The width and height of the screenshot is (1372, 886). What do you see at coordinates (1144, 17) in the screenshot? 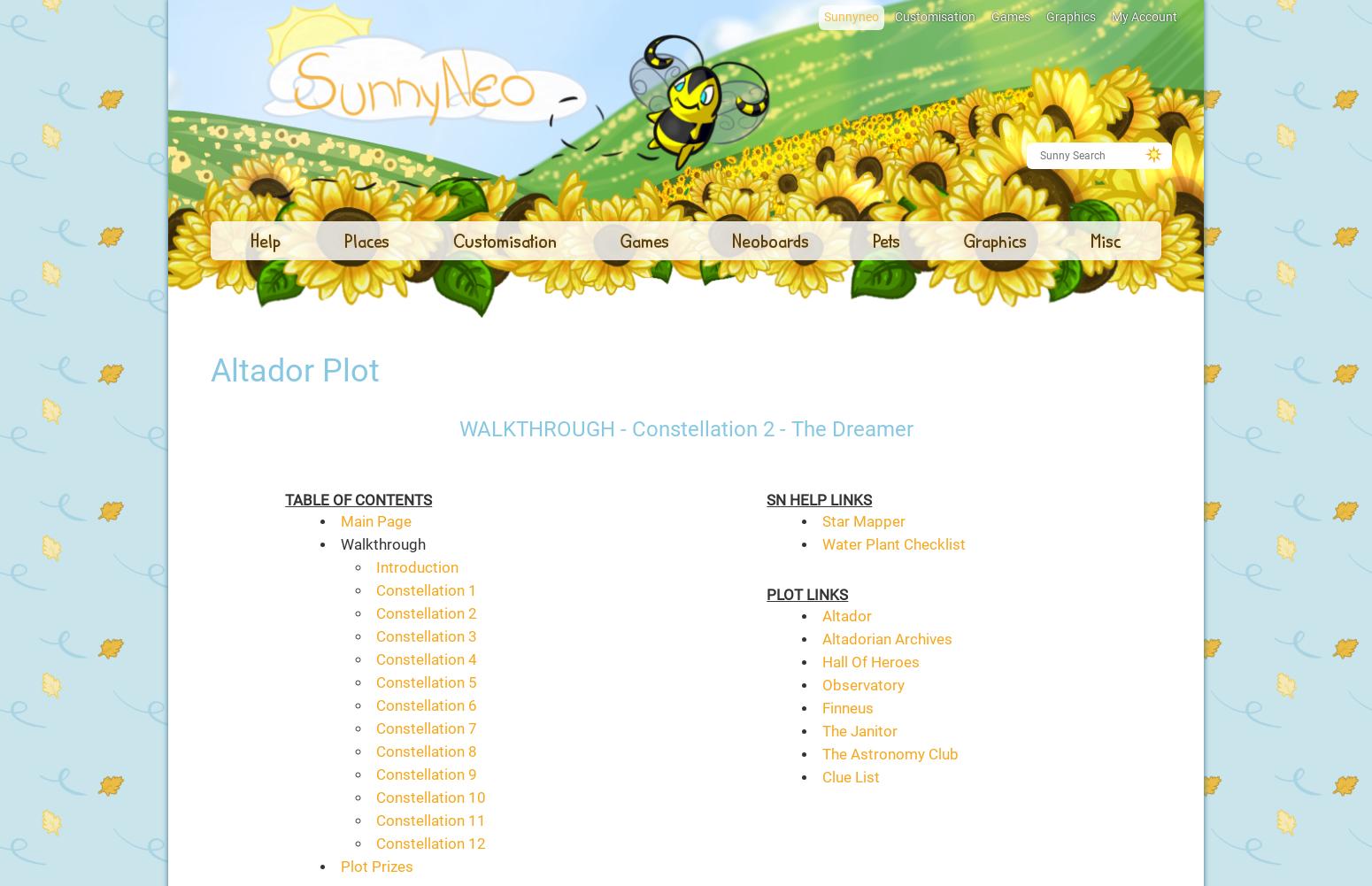
I see `'My Account'` at bounding box center [1144, 17].